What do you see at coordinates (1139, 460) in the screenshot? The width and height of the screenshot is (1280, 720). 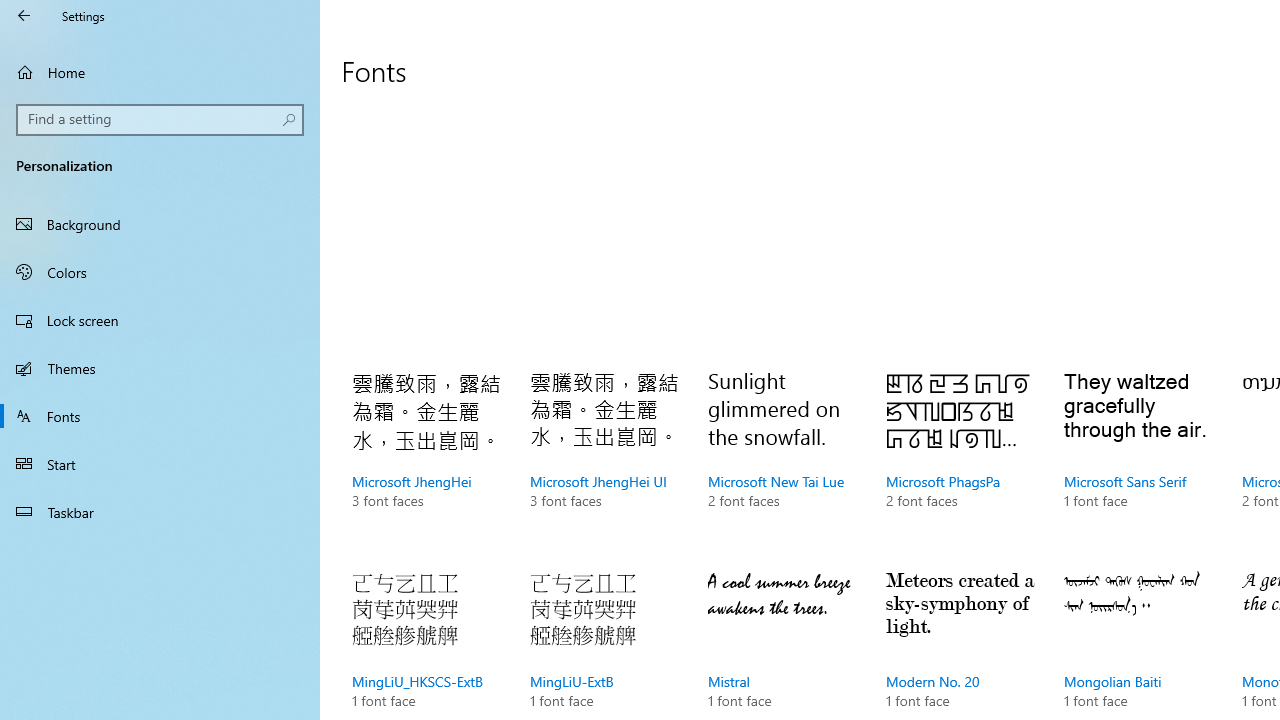 I see `'Microsoft Sans Serif, 1 font face'` at bounding box center [1139, 460].